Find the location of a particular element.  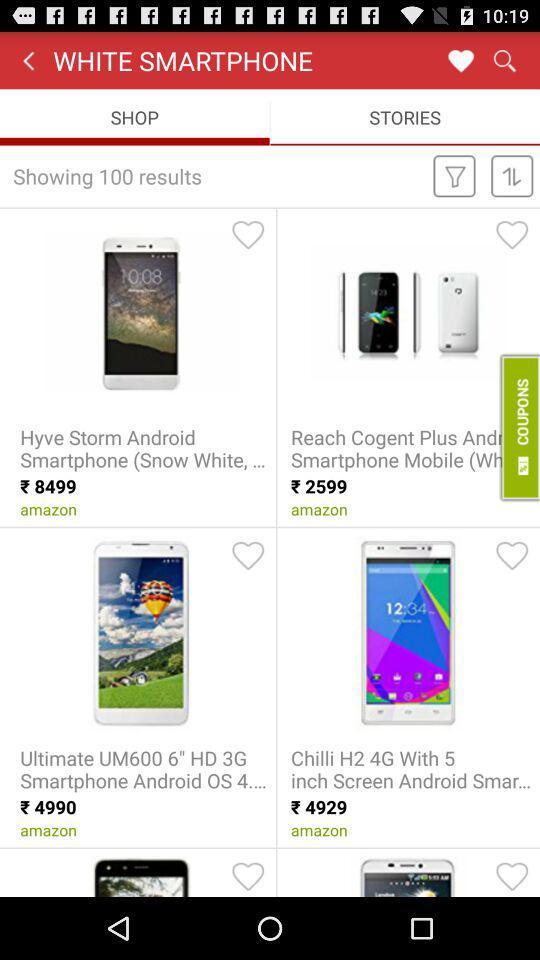

this page is located at coordinates (460, 59).